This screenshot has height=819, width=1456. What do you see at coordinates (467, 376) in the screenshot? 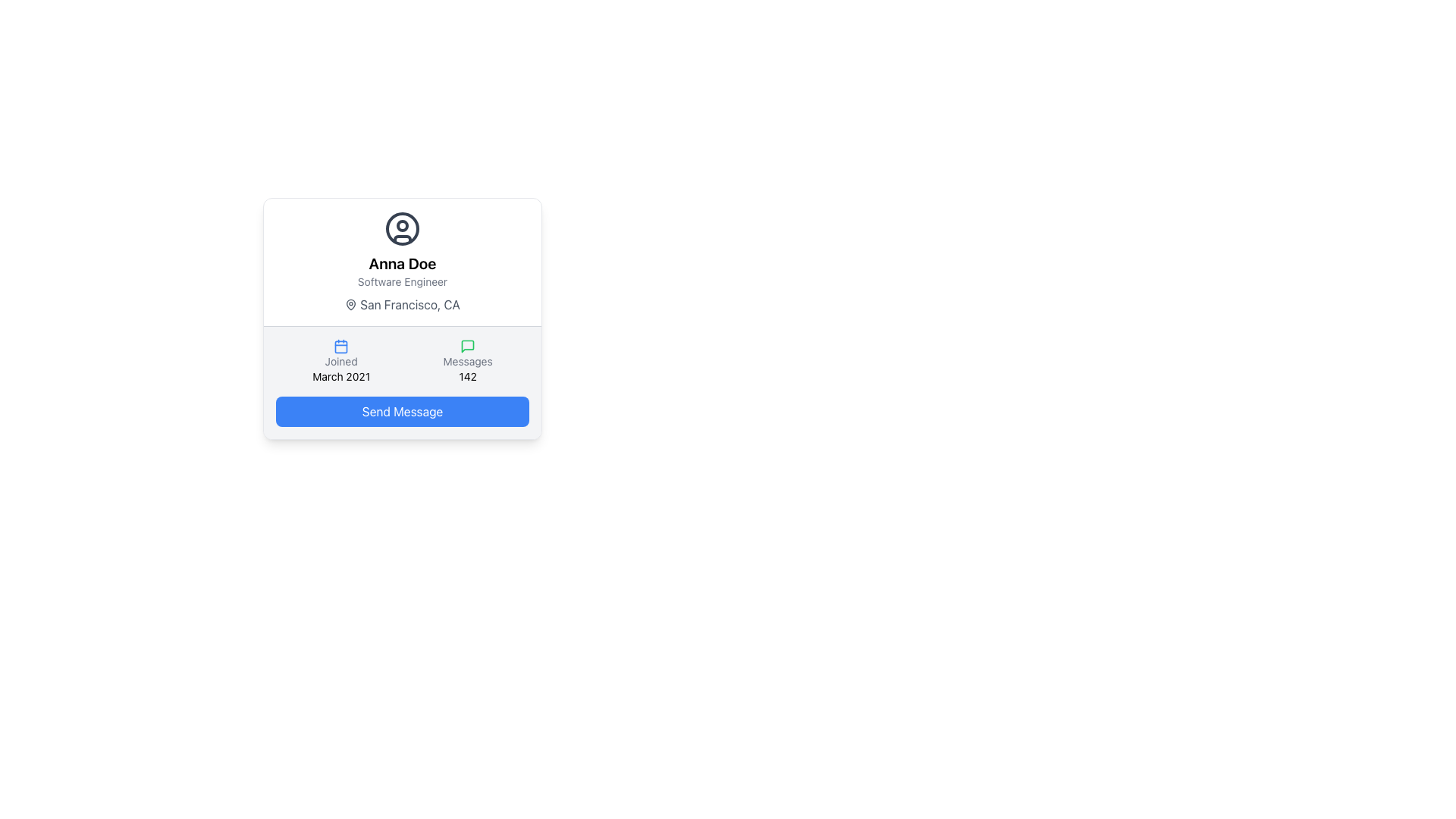
I see `the text label displaying the number of messages associated with the user, located at the bottom right of the user detail card, to the right of the 'Messages' label and below the chat bubble icon` at bounding box center [467, 376].